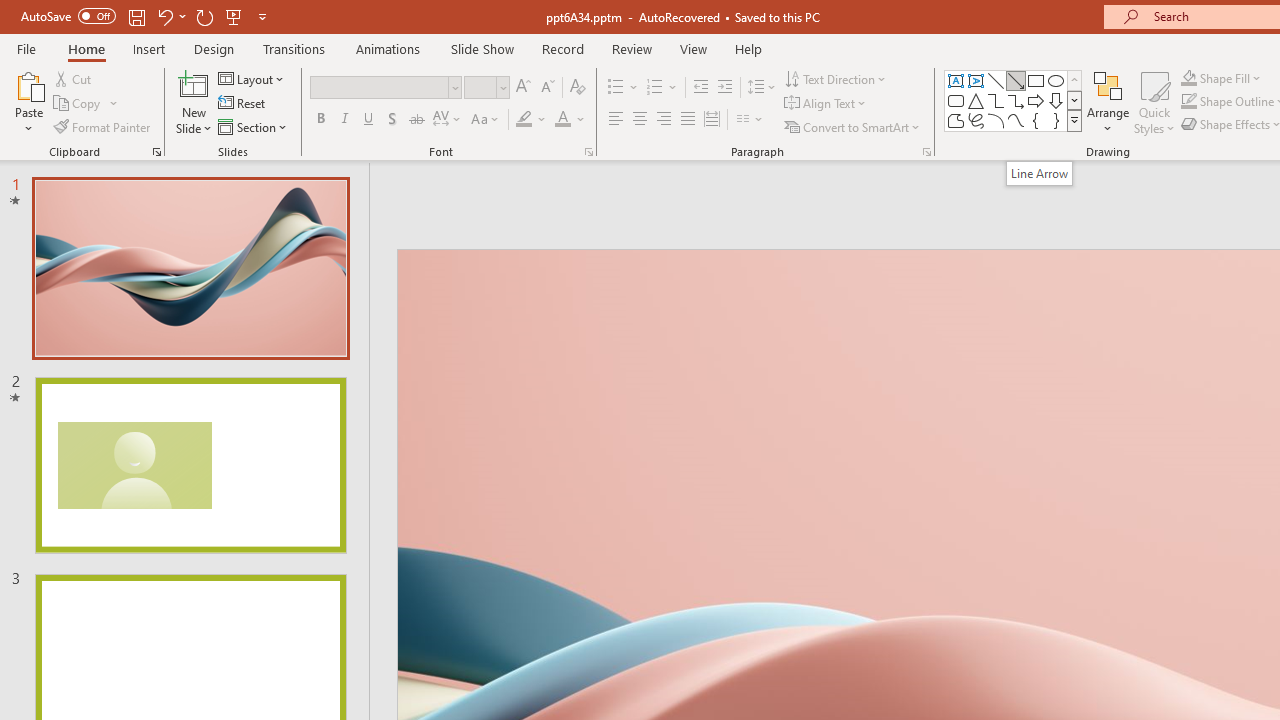 Image resolution: width=1280 pixels, height=720 pixels. Describe the element at coordinates (1189, 101) in the screenshot. I see `'Shape Outline'` at that location.